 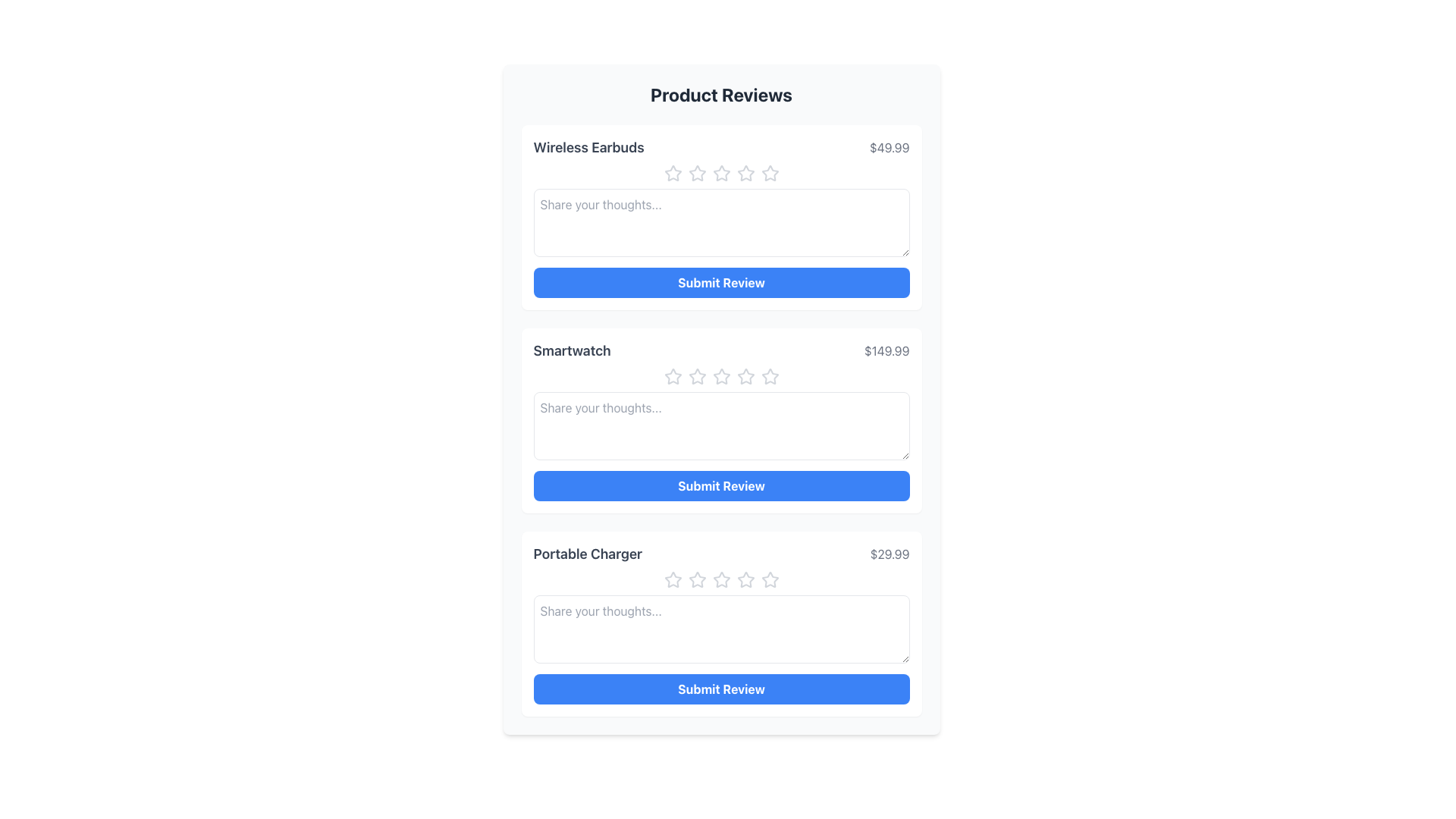 What do you see at coordinates (745, 579) in the screenshot?
I see `the fourth star icon in the Portable Charger review section to rate it with four stars` at bounding box center [745, 579].